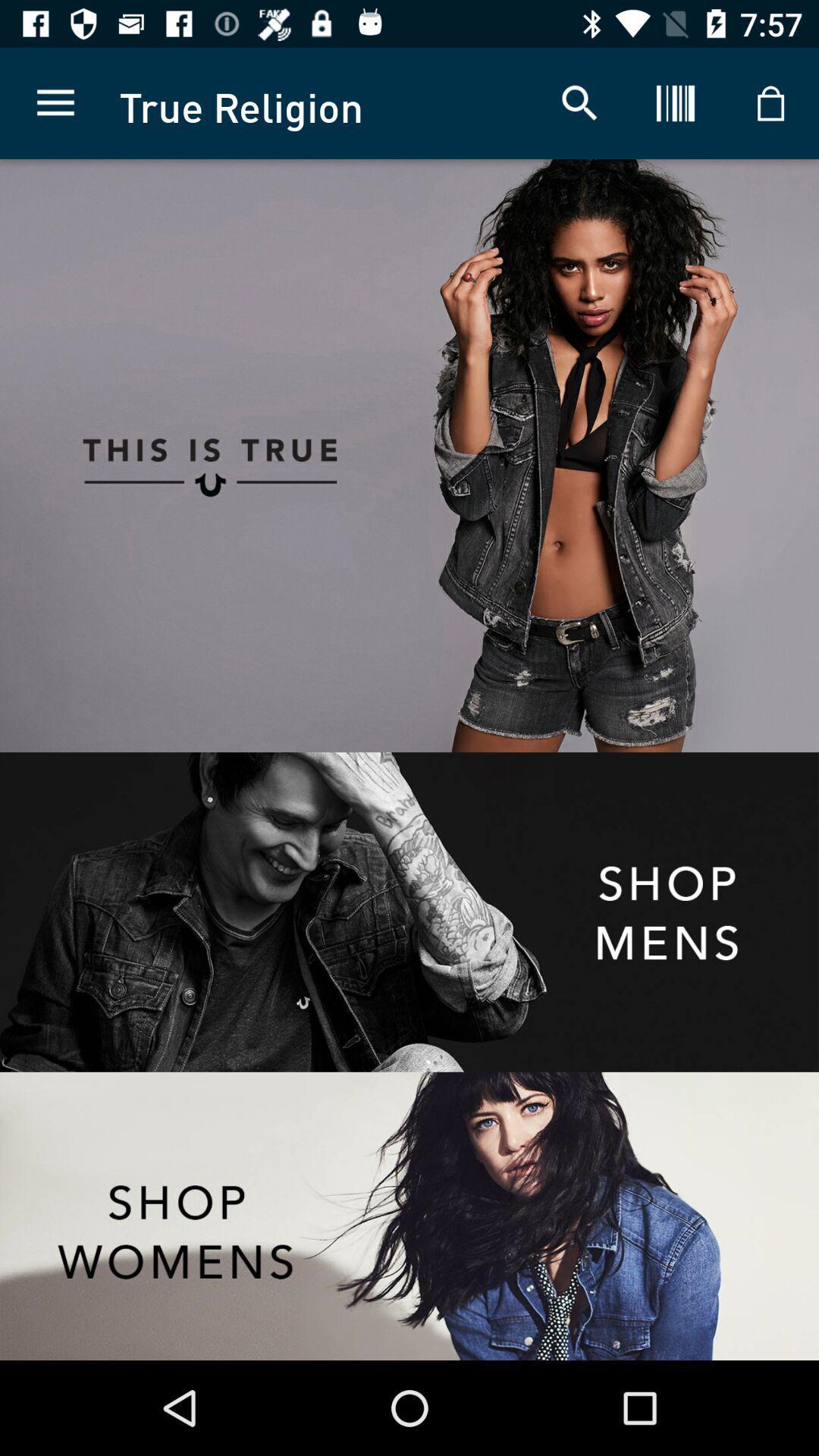 The height and width of the screenshot is (1456, 819). What do you see at coordinates (409, 912) in the screenshot?
I see `shop mens` at bounding box center [409, 912].